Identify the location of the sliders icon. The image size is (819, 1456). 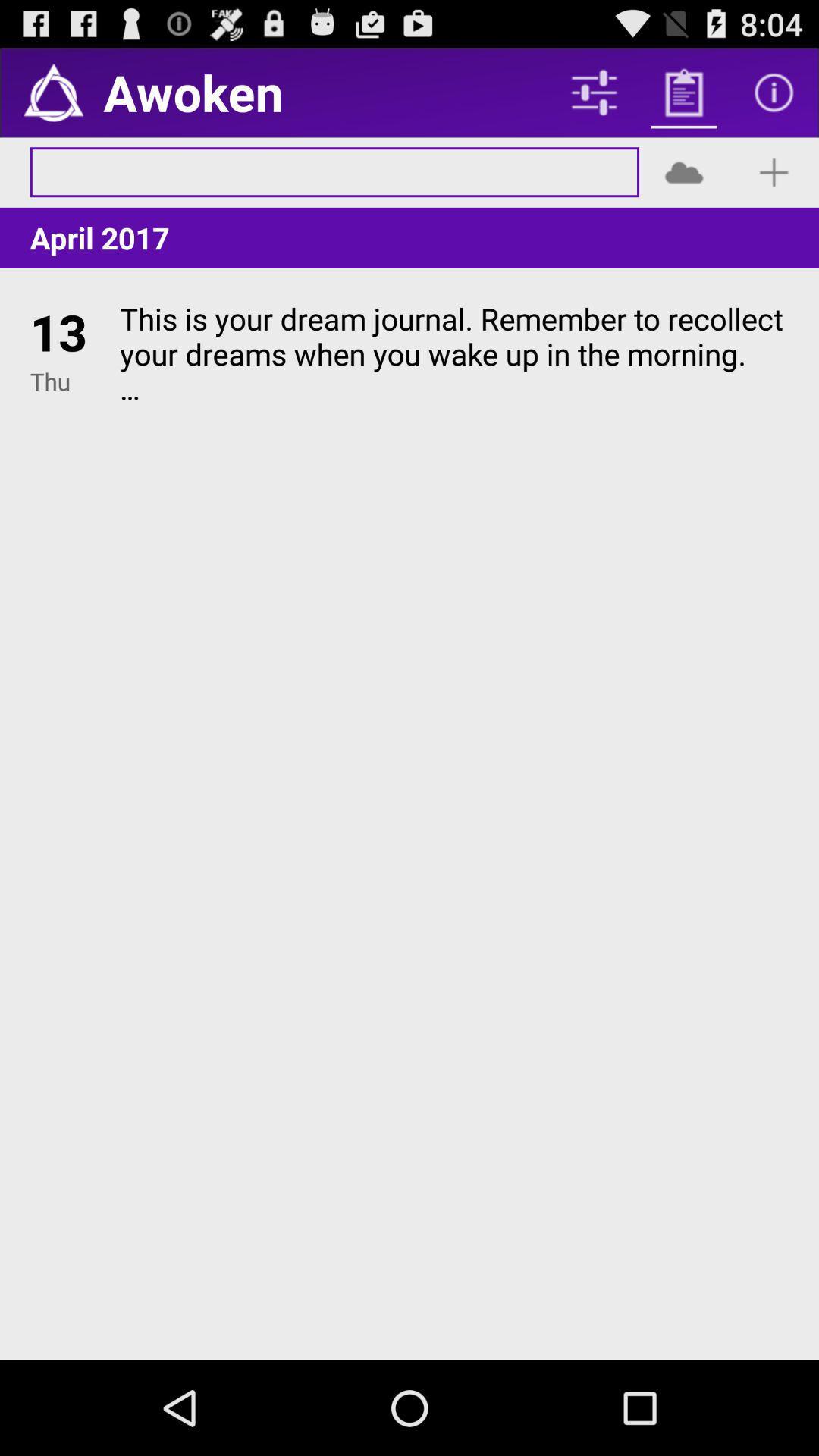
(593, 98).